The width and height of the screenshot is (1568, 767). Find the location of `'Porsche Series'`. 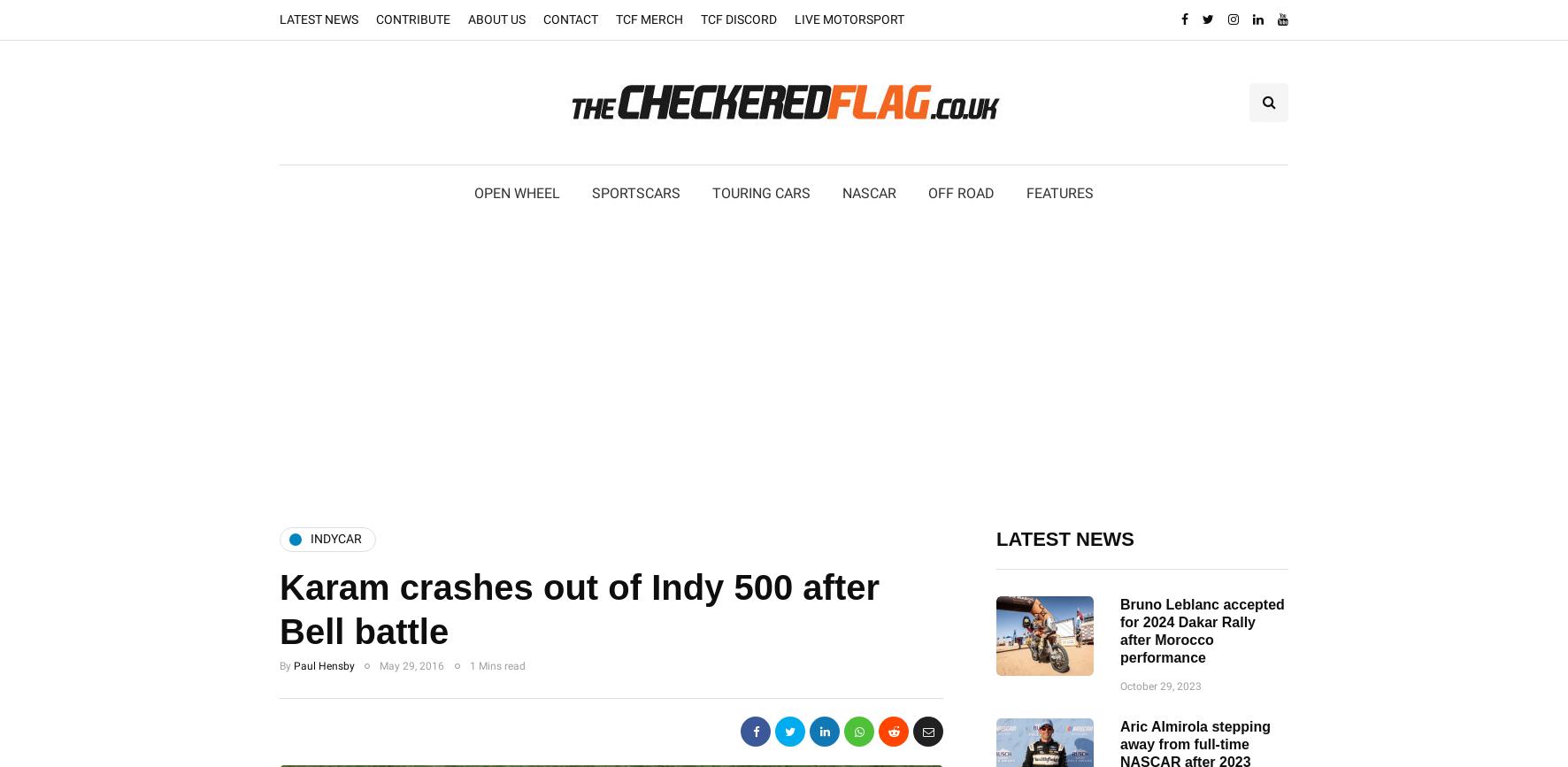

'Porsche Series' is located at coordinates (647, 341).